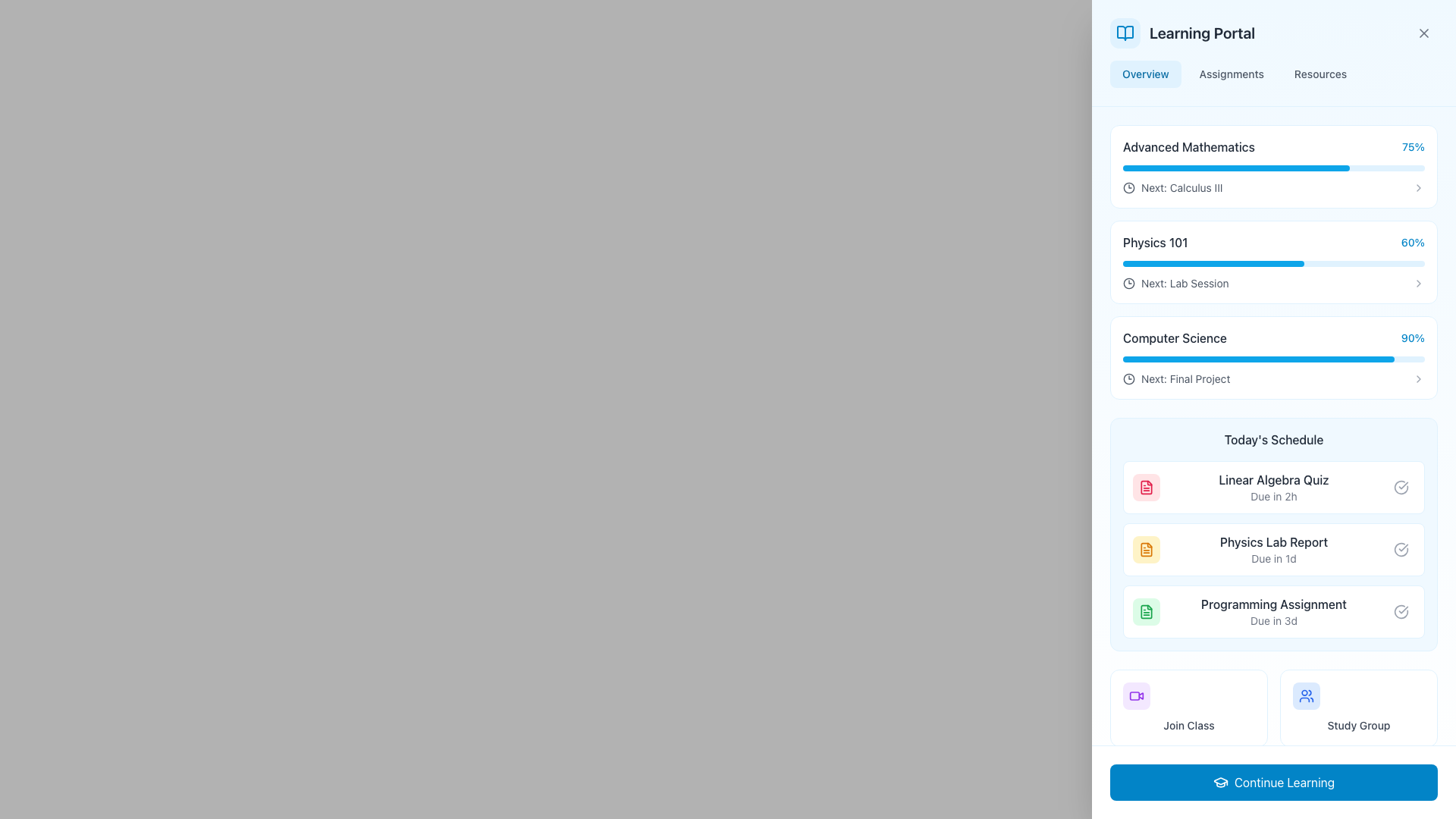  I want to click on Decorative Shape element, which is part of the media action icon located at the bottom section of the panel, by using developer tools, so click(1134, 696).